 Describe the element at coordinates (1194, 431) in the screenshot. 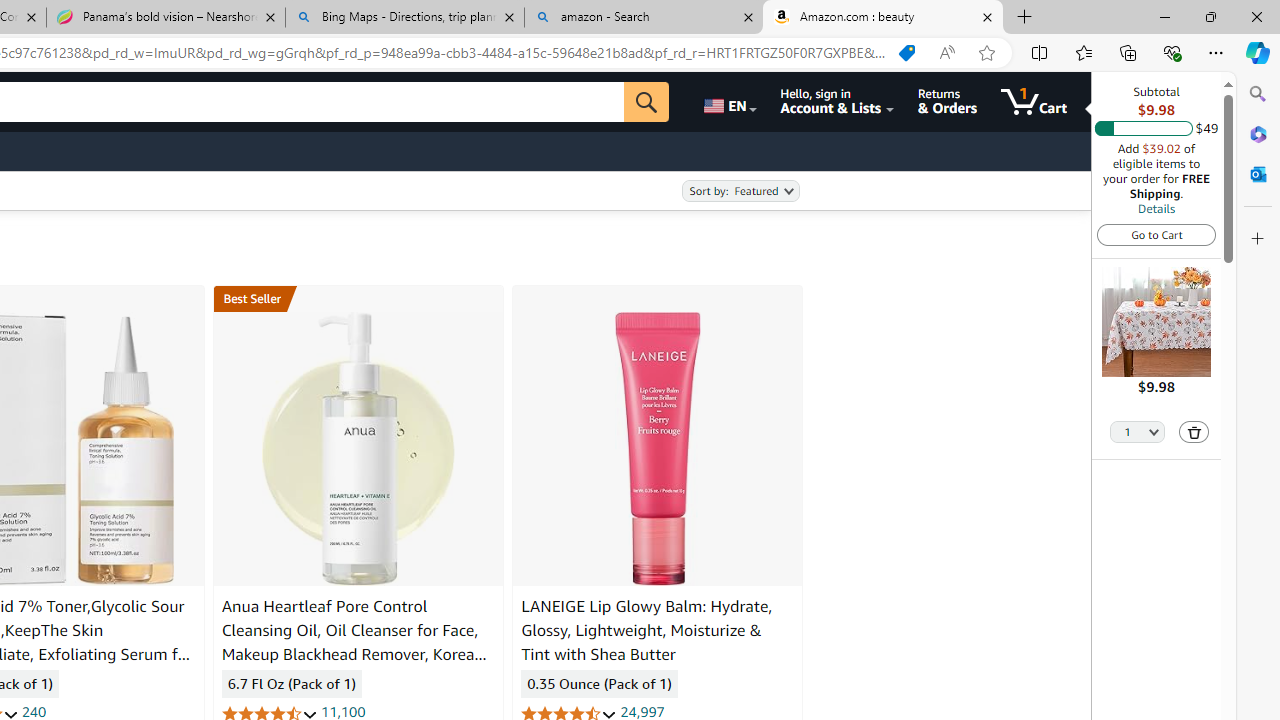

I see `'Delete'` at that location.